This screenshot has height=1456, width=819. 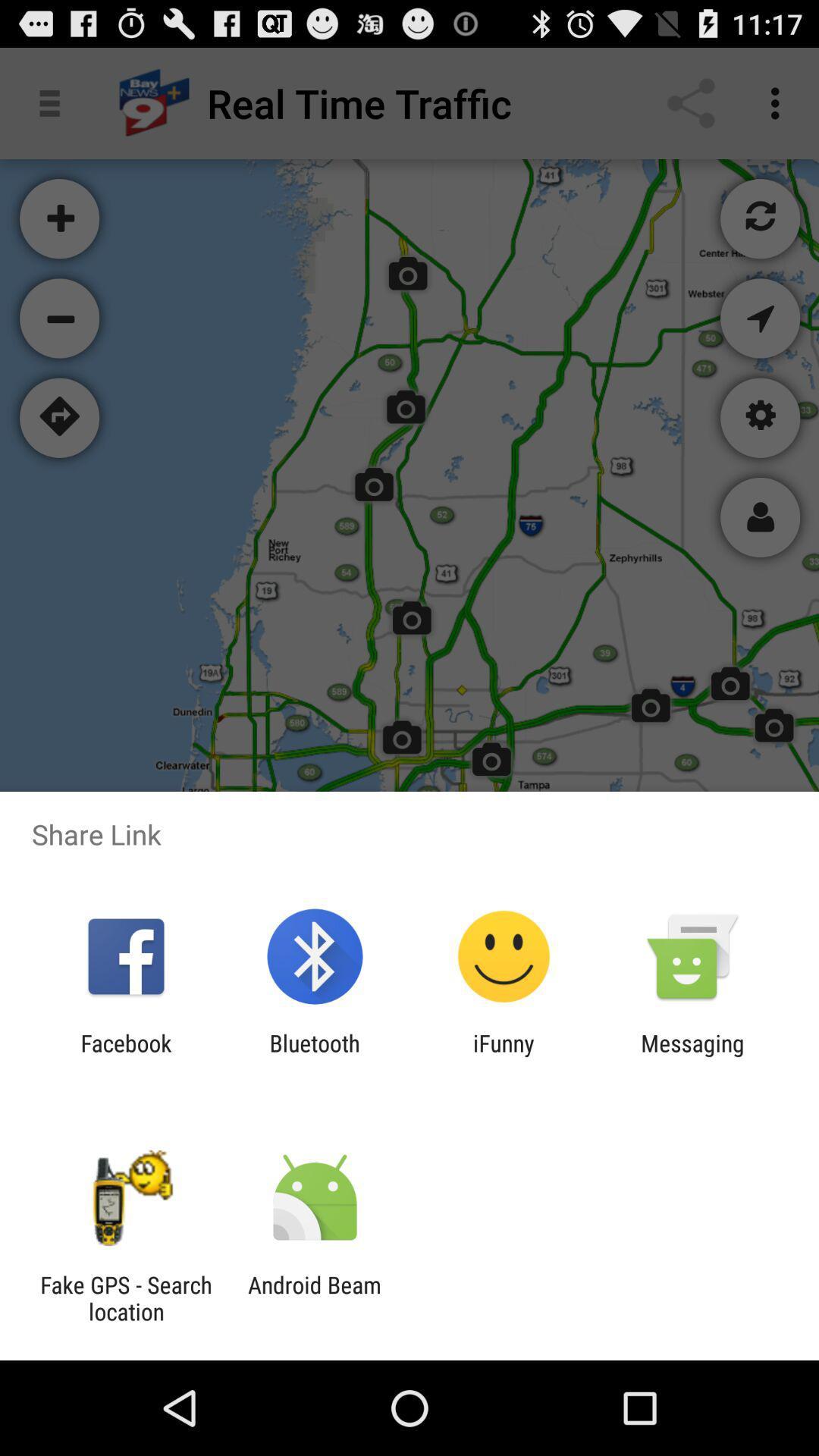 What do you see at coordinates (314, 1056) in the screenshot?
I see `item to the right of the facebook item` at bounding box center [314, 1056].